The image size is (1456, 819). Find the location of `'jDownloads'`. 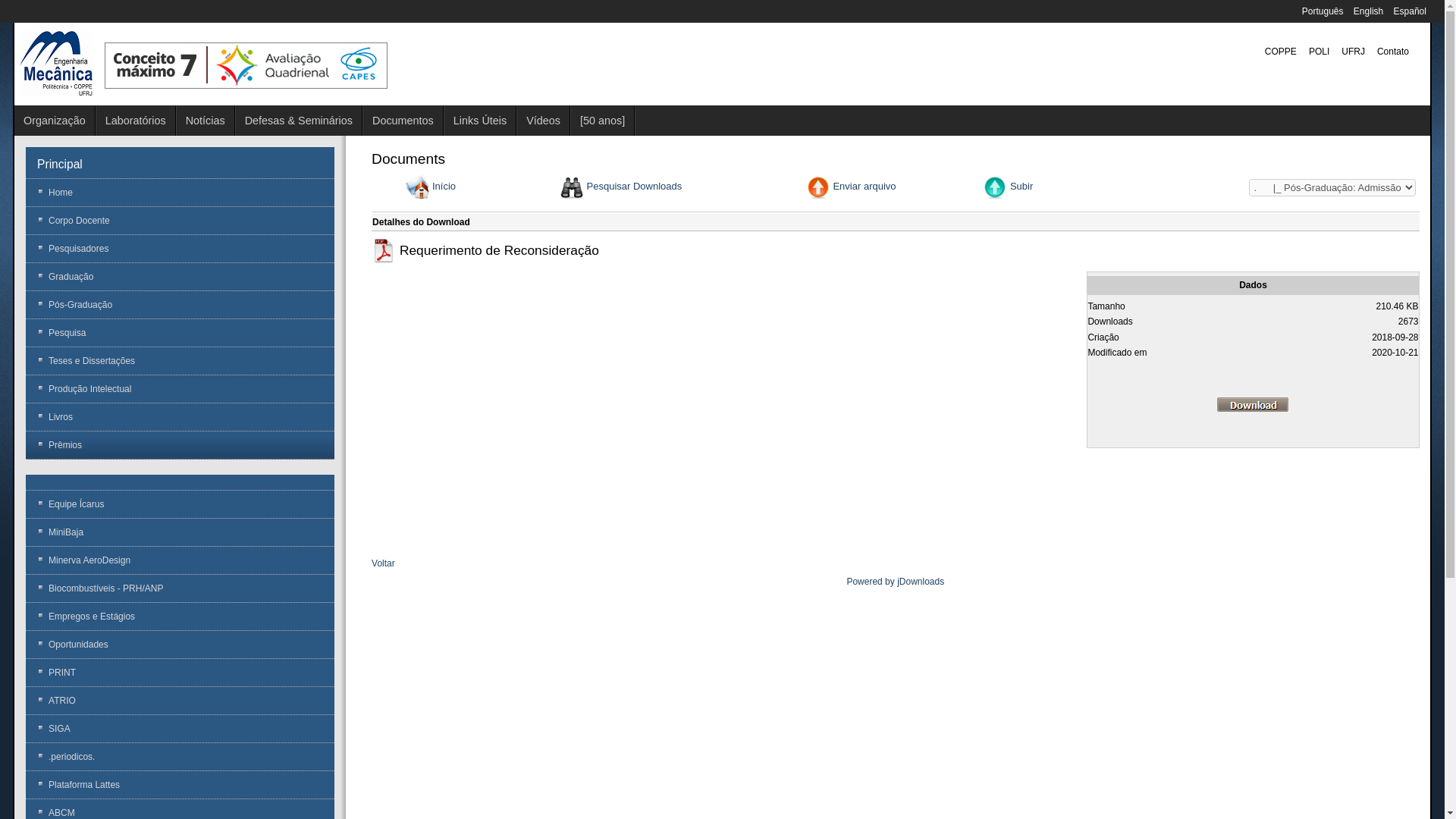

'jDownloads' is located at coordinates (920, 581).